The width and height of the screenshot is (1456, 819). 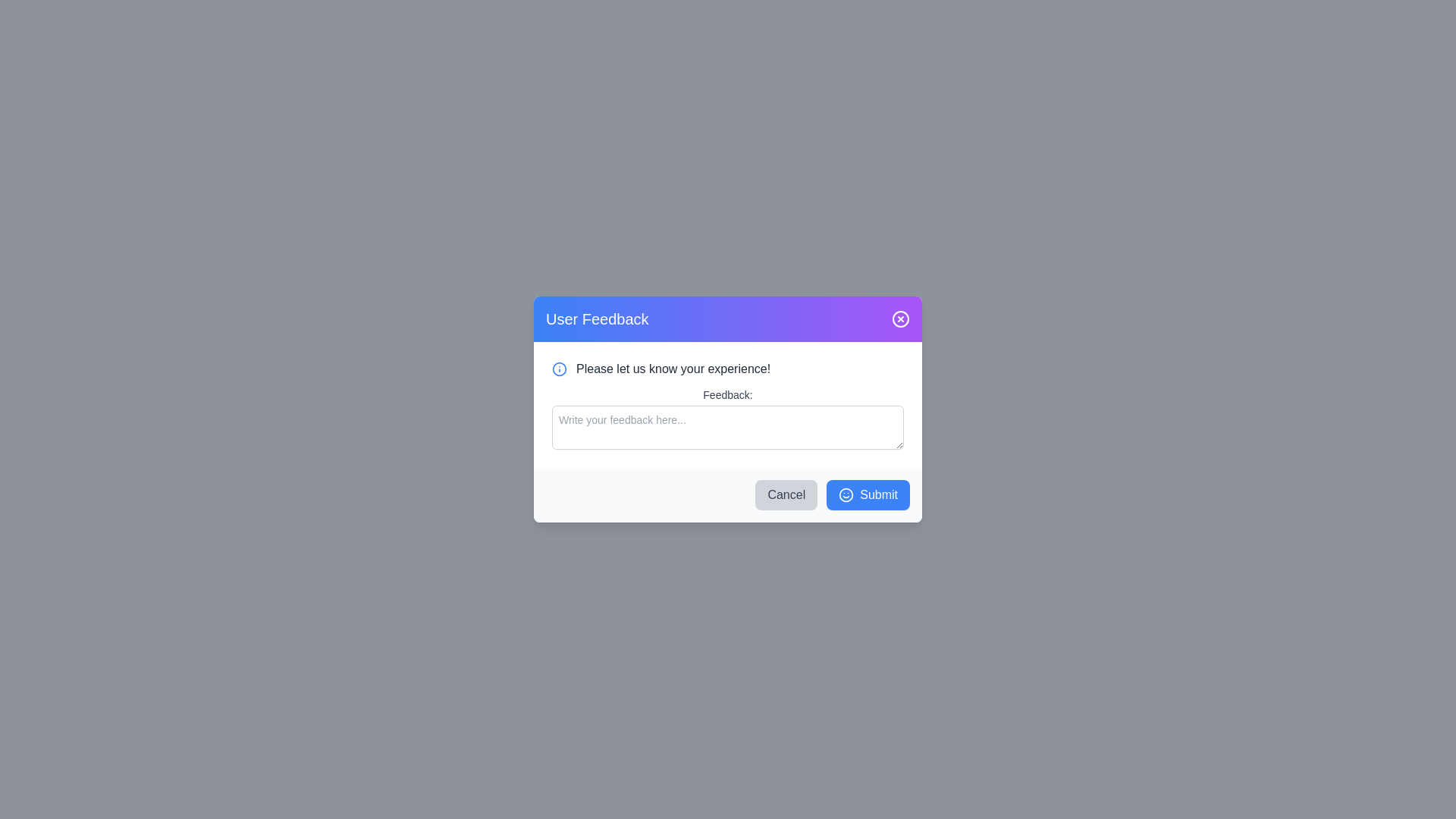 I want to click on the circular blue icon with an information symbol ('i'), so click(x=559, y=369).